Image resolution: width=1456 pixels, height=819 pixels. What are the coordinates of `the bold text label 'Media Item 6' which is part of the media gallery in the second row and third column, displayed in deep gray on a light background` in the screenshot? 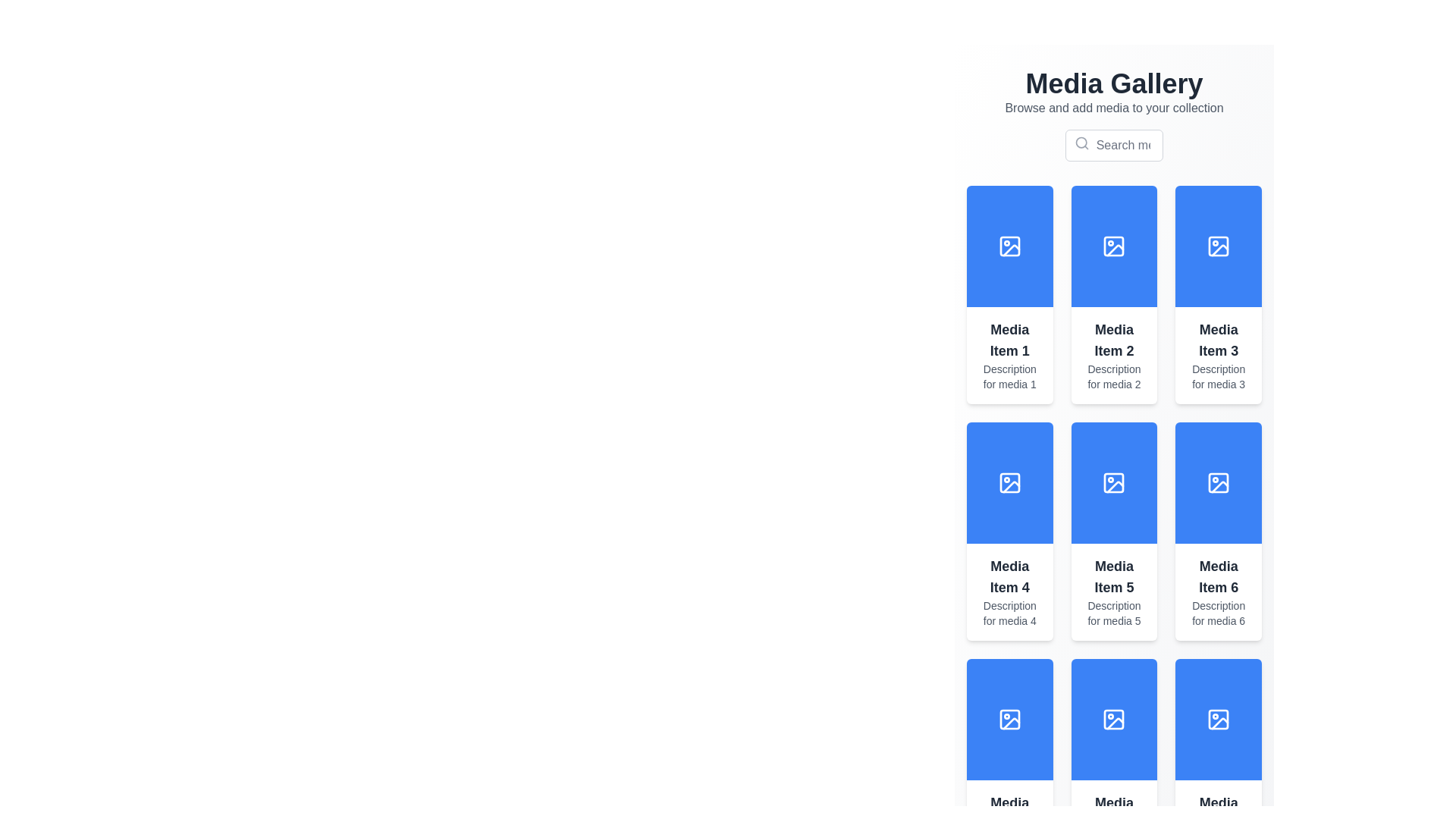 It's located at (1219, 576).